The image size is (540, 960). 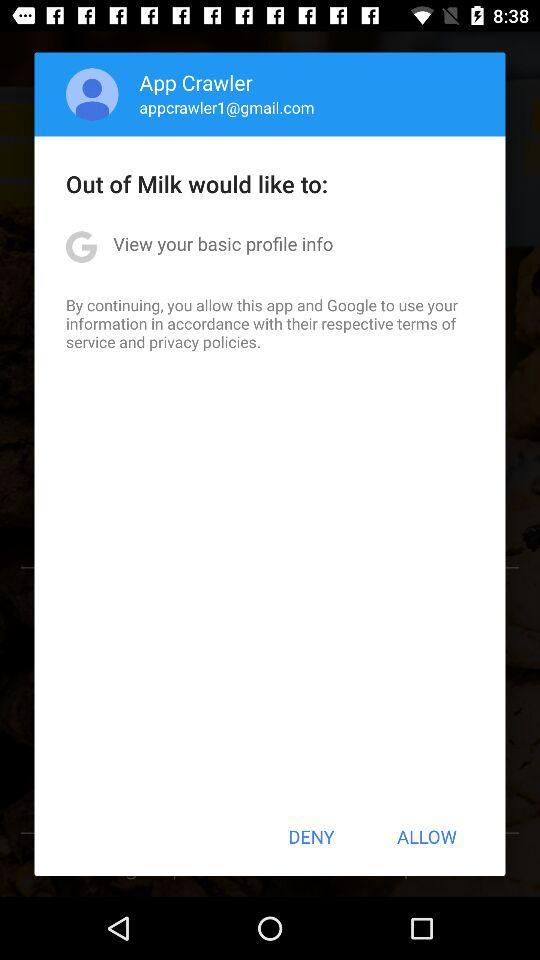 I want to click on icon above the out of milk app, so click(x=91, y=94).